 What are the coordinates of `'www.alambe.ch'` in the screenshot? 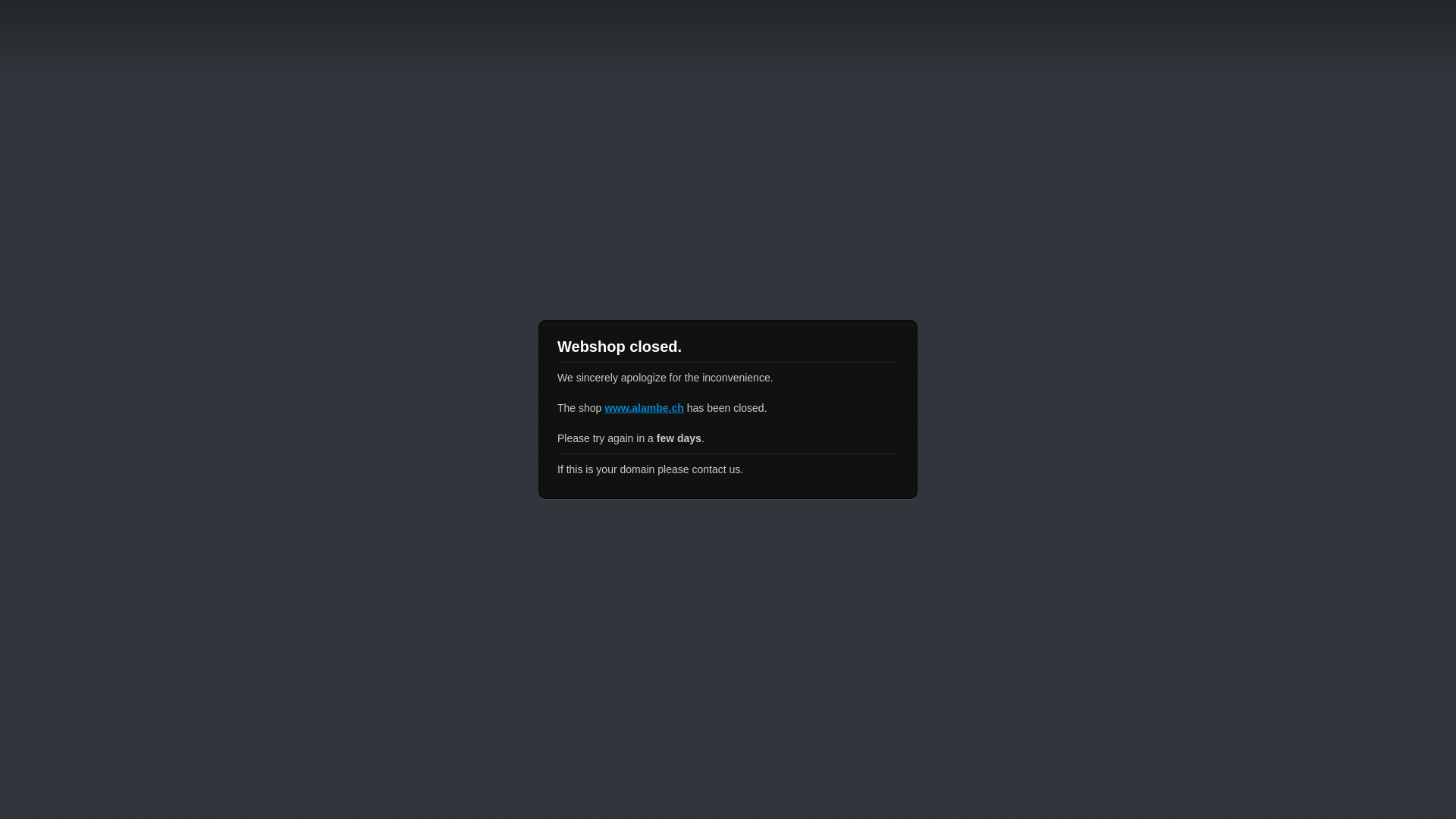 It's located at (603, 406).